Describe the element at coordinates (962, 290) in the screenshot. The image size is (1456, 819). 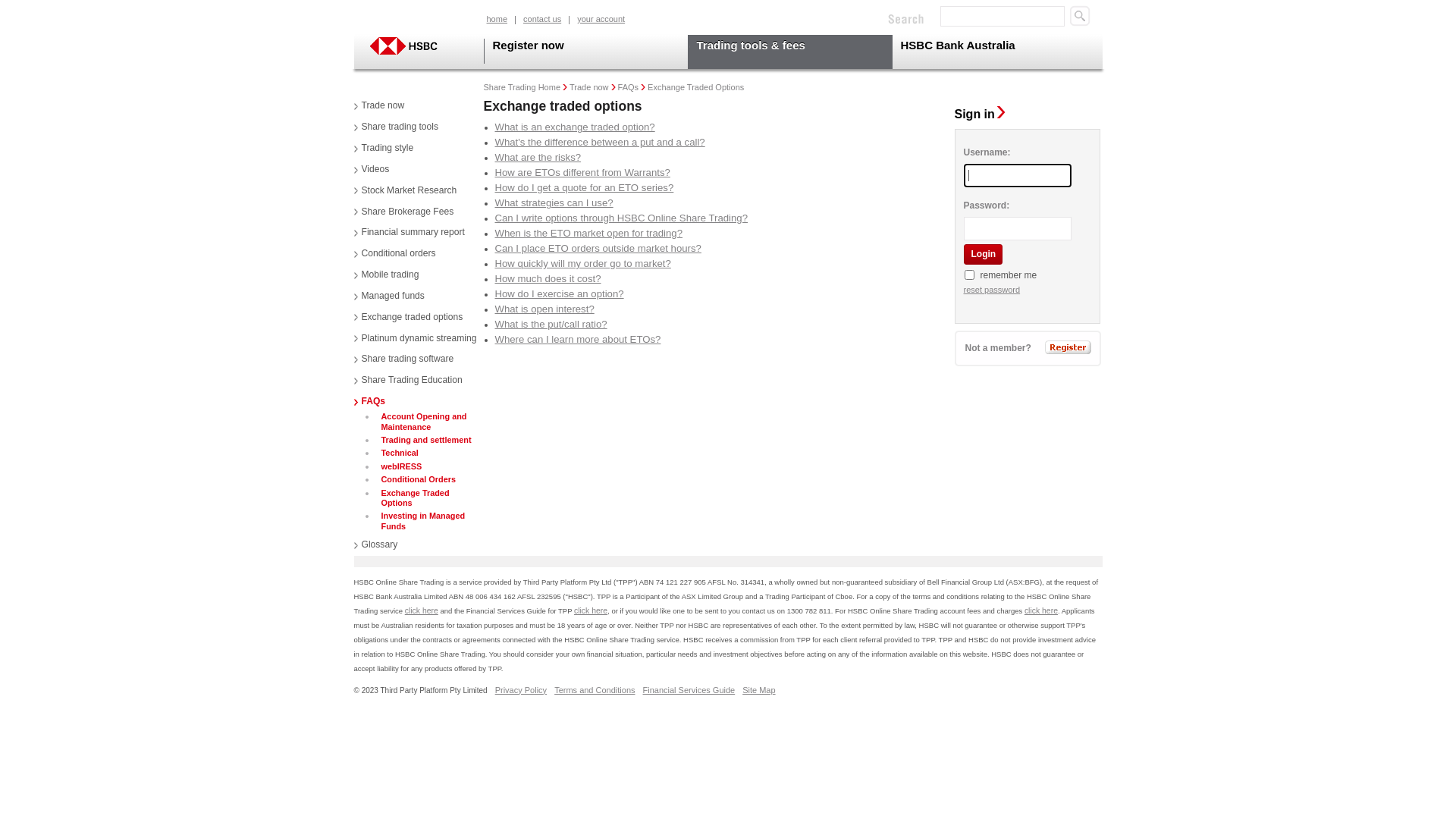
I see `'reset password'` at that location.